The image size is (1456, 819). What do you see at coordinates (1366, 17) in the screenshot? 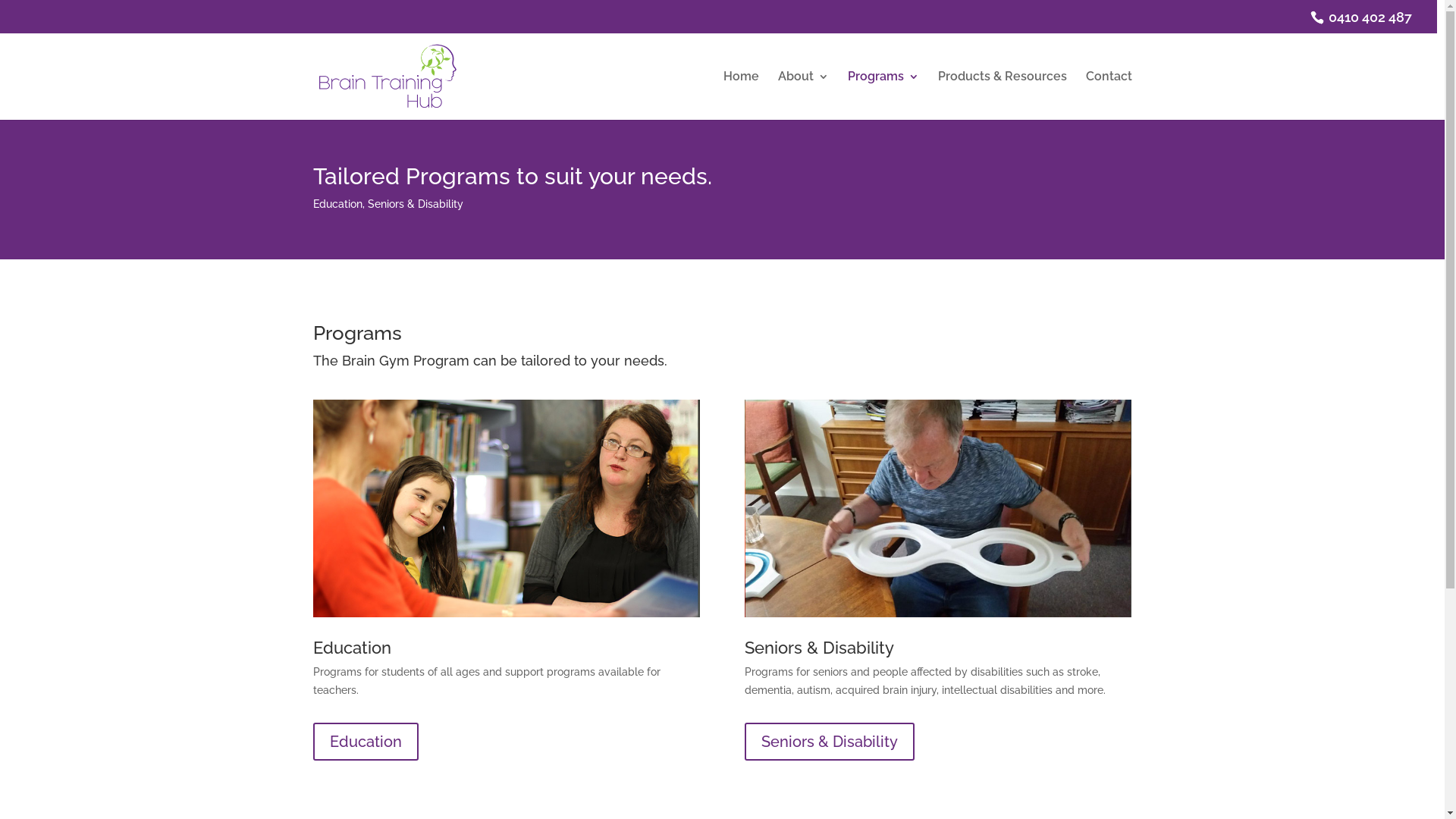
I see `'0410 402 487'` at bounding box center [1366, 17].